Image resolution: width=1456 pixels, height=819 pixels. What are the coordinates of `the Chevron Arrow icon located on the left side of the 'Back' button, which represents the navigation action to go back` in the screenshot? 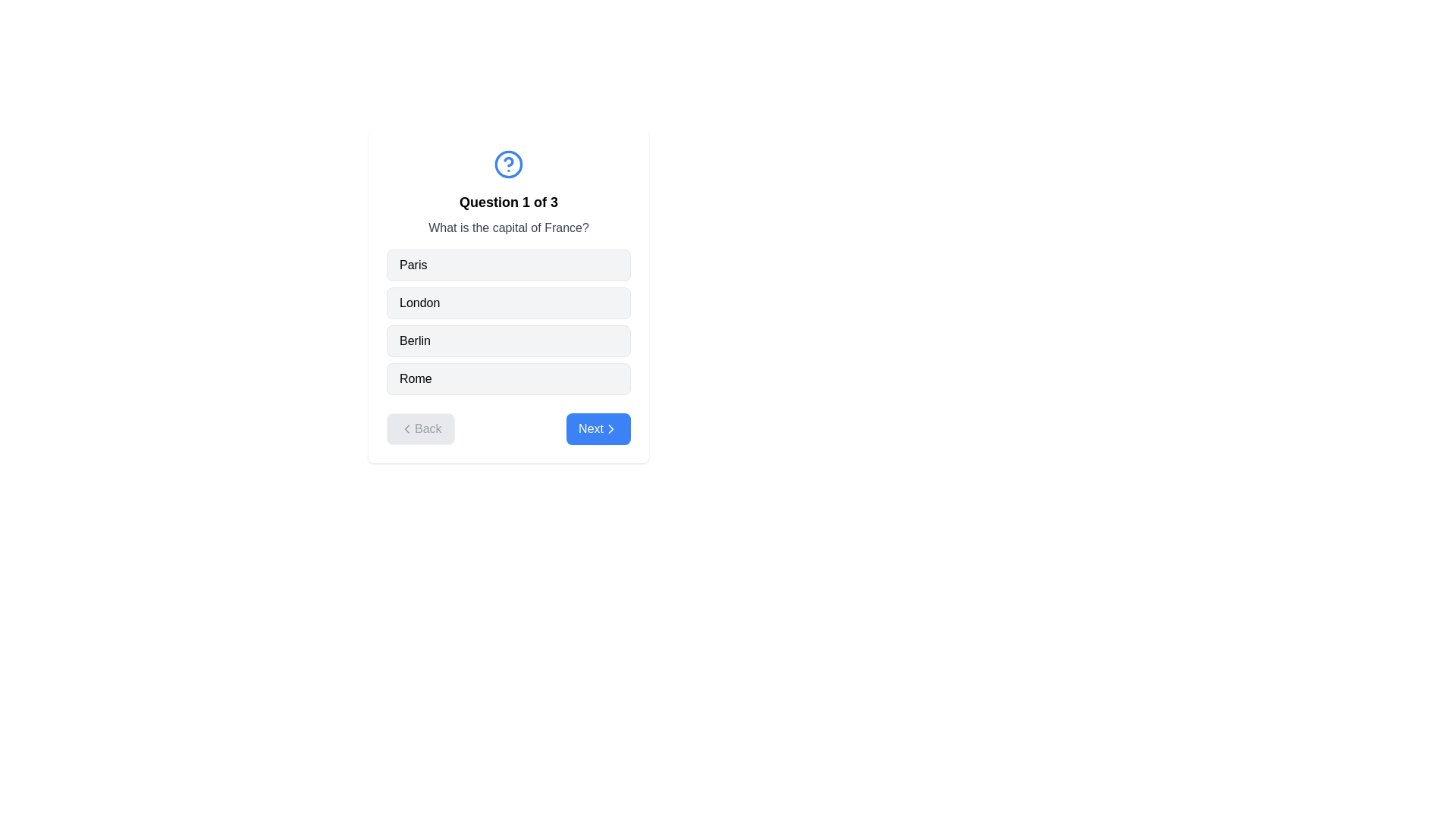 It's located at (407, 429).